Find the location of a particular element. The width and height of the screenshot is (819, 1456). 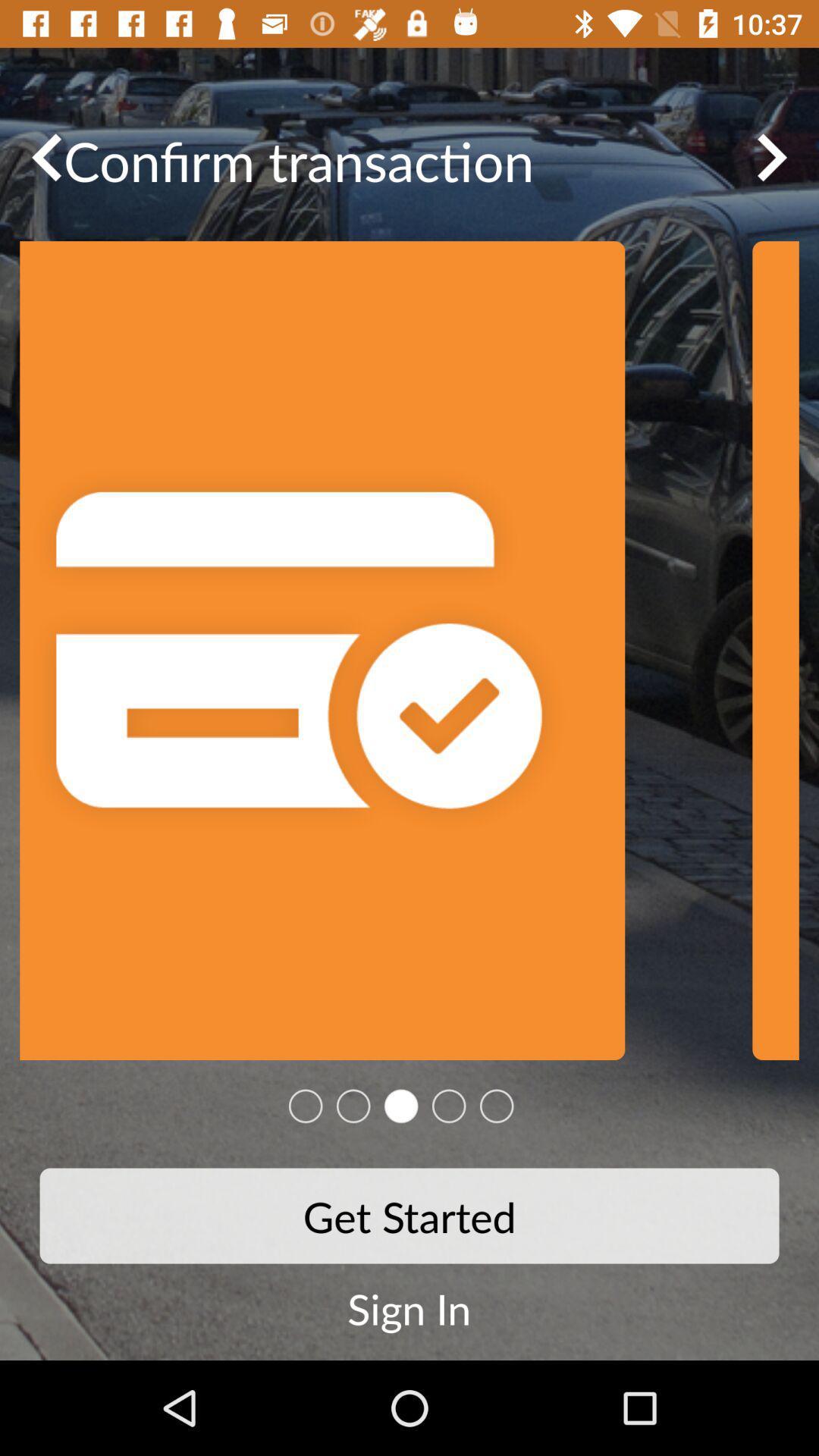

the arrow_forward icon is located at coordinates (771, 157).